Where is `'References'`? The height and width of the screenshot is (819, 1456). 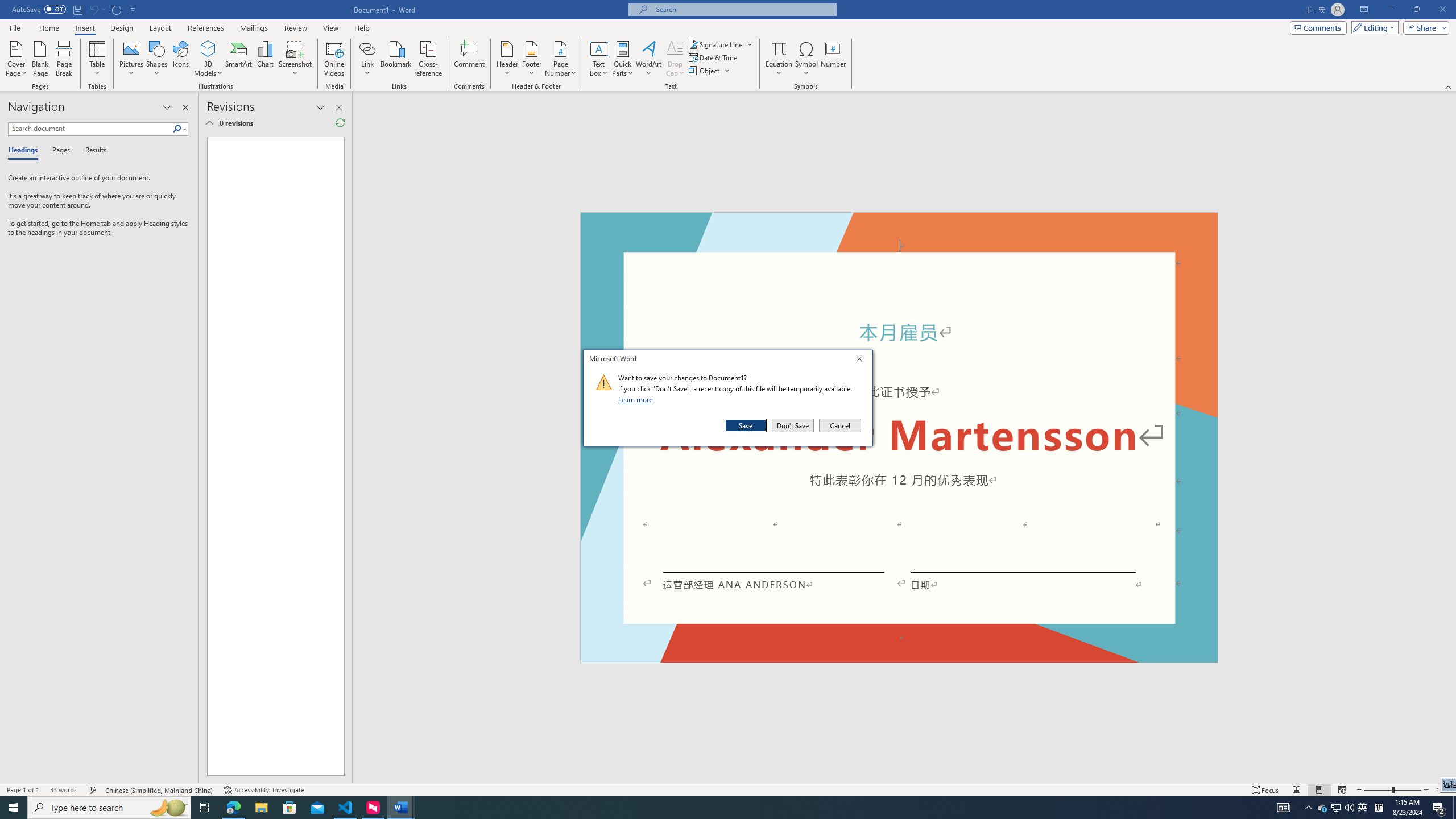 'References' is located at coordinates (206, 28).